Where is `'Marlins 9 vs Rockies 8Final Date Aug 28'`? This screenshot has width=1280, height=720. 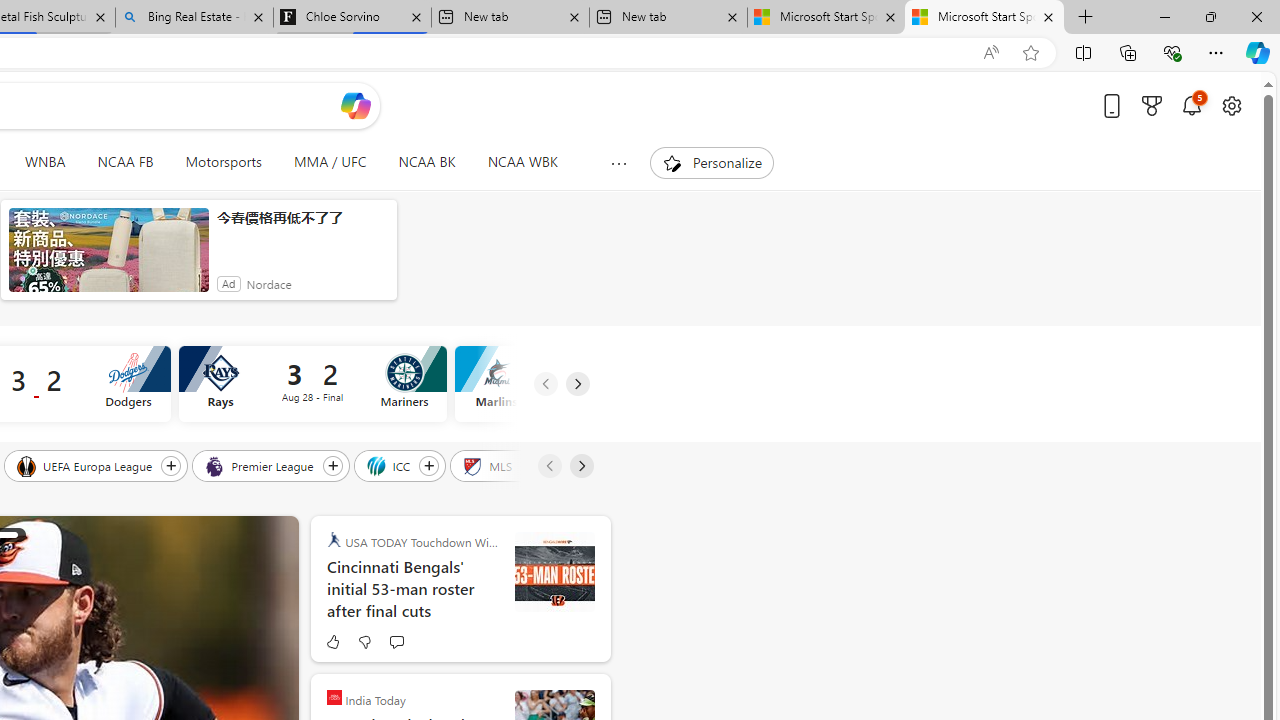
'Marlins 9 vs Rockies 8Final Date Aug 28' is located at coordinates (587, 384).